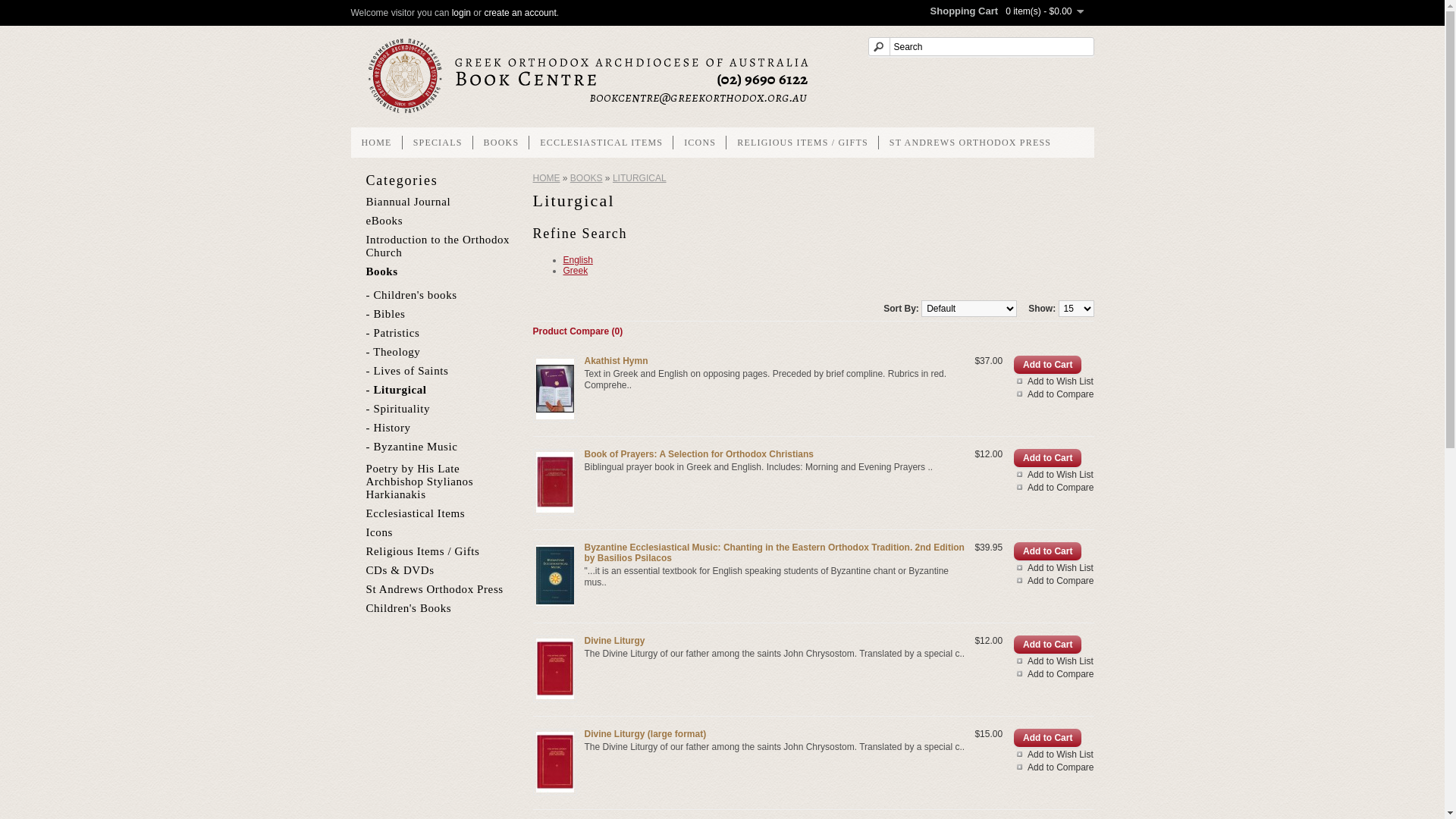 This screenshot has width=1456, height=819. What do you see at coordinates (582, 453) in the screenshot?
I see `'Book of Prayers: A Selection for Orthodox Christians'` at bounding box center [582, 453].